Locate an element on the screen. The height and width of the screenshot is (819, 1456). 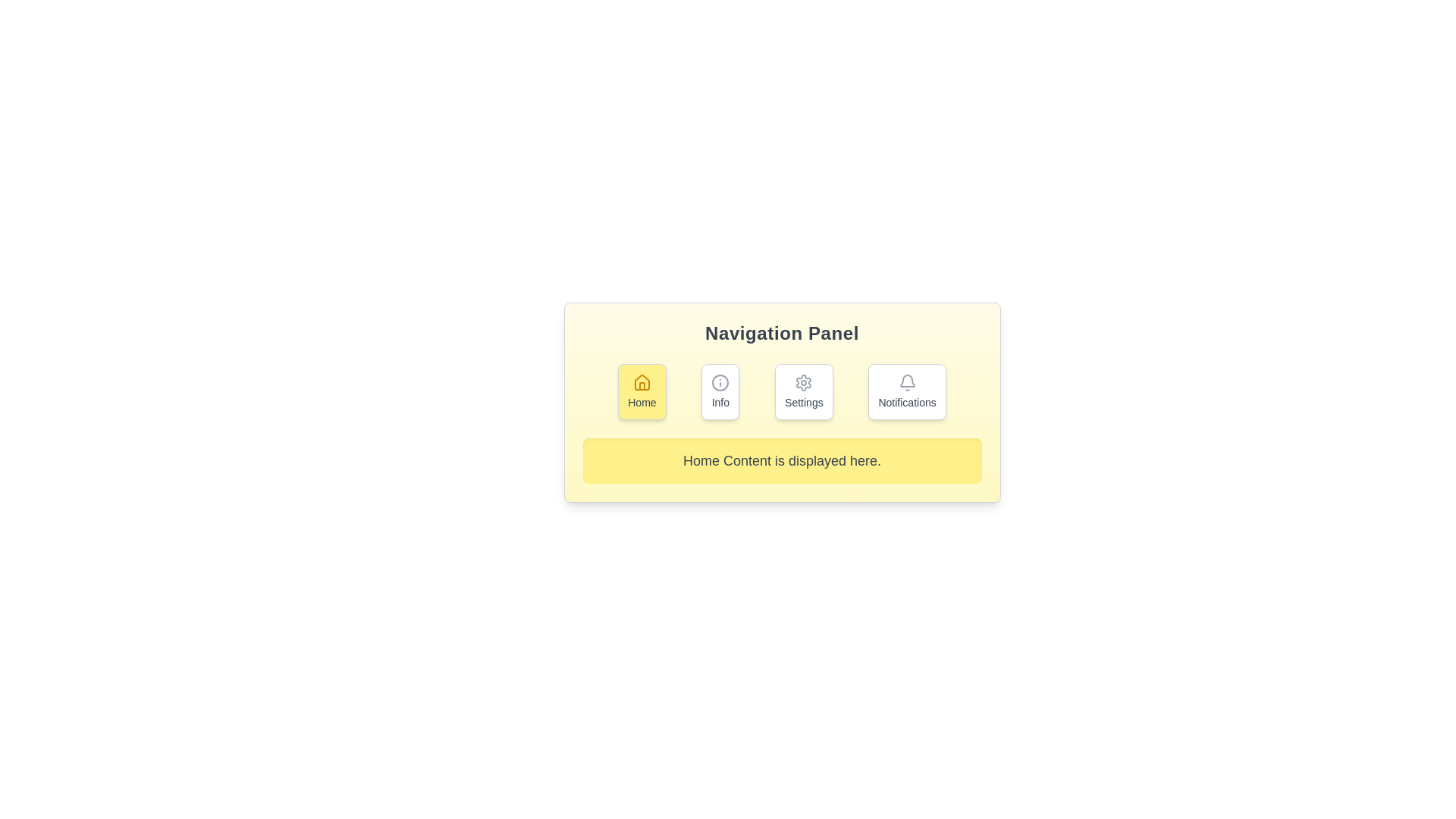
the last button in the navigation panel is located at coordinates (907, 391).